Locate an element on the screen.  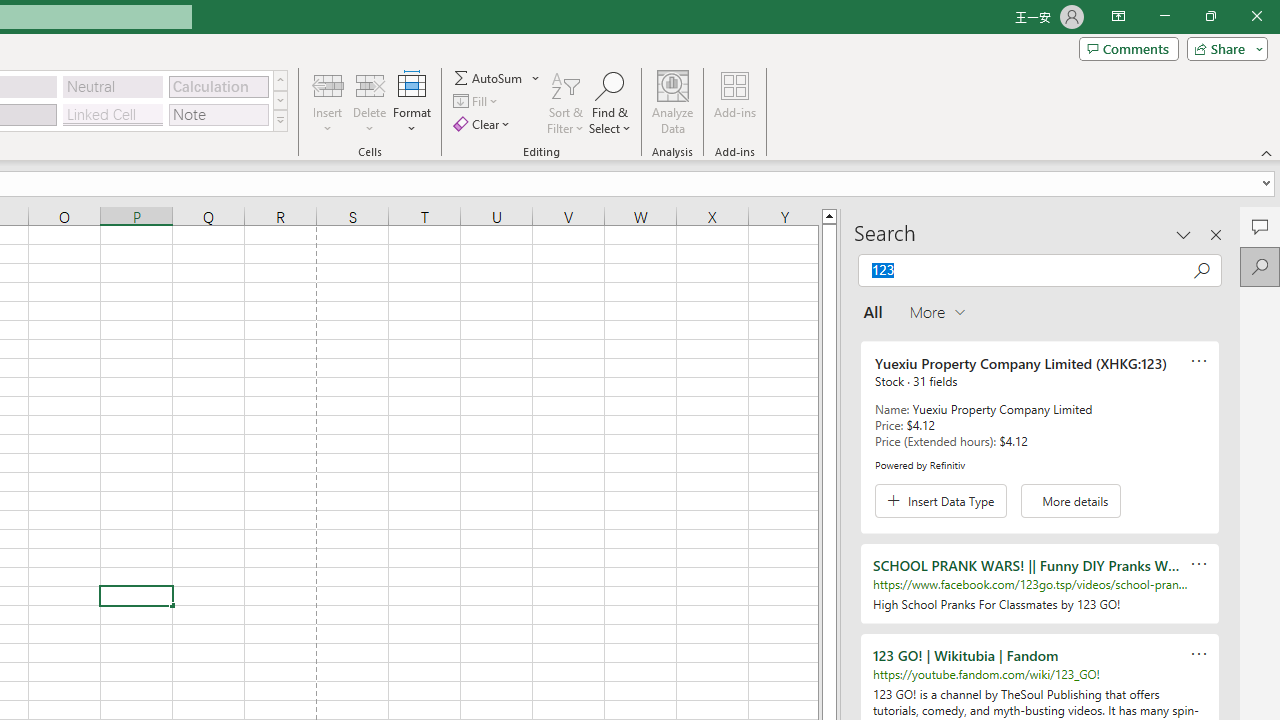
'Delete' is located at coordinates (369, 103).